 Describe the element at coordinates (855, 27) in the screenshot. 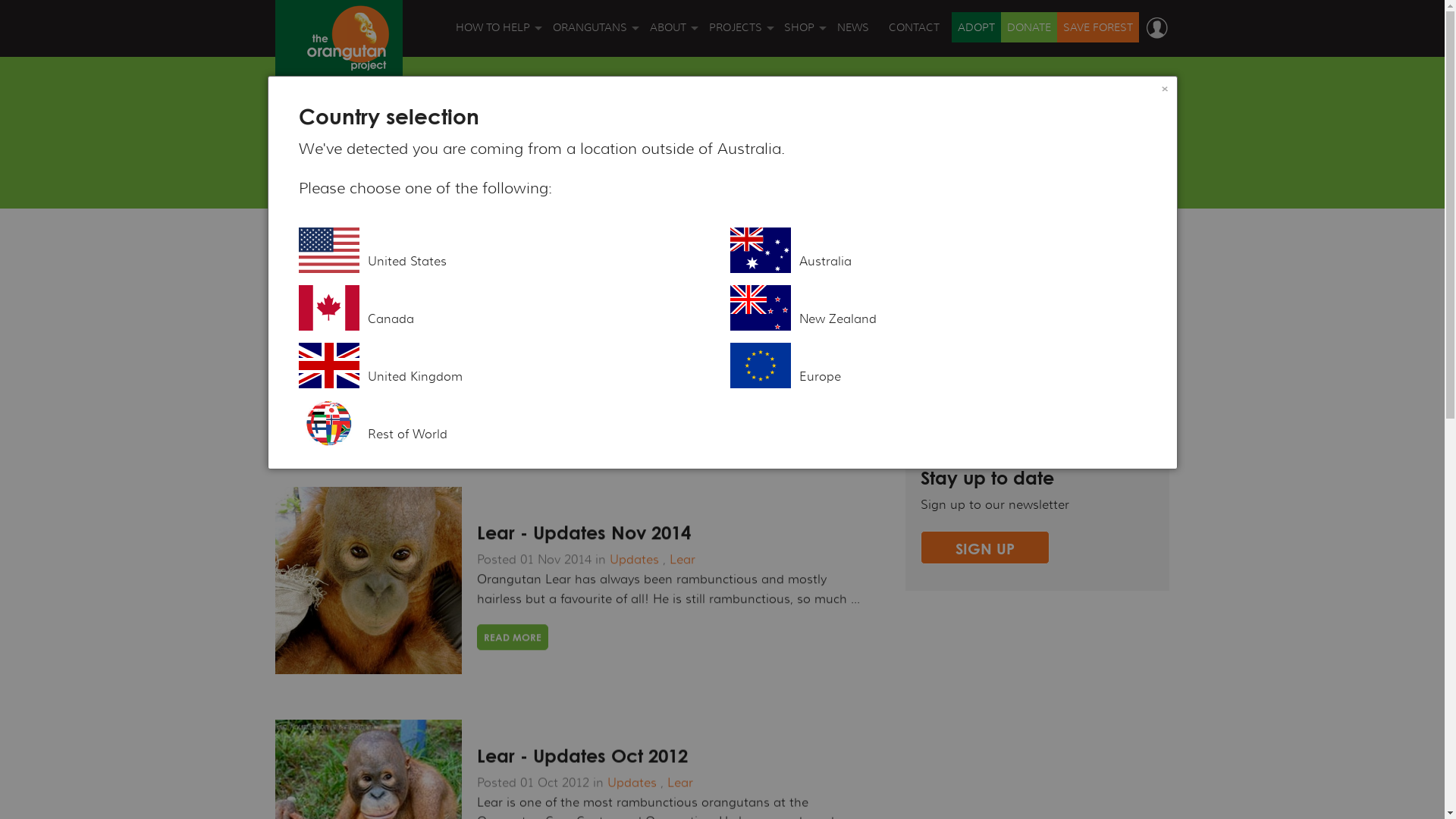

I see `'NEWS'` at that location.